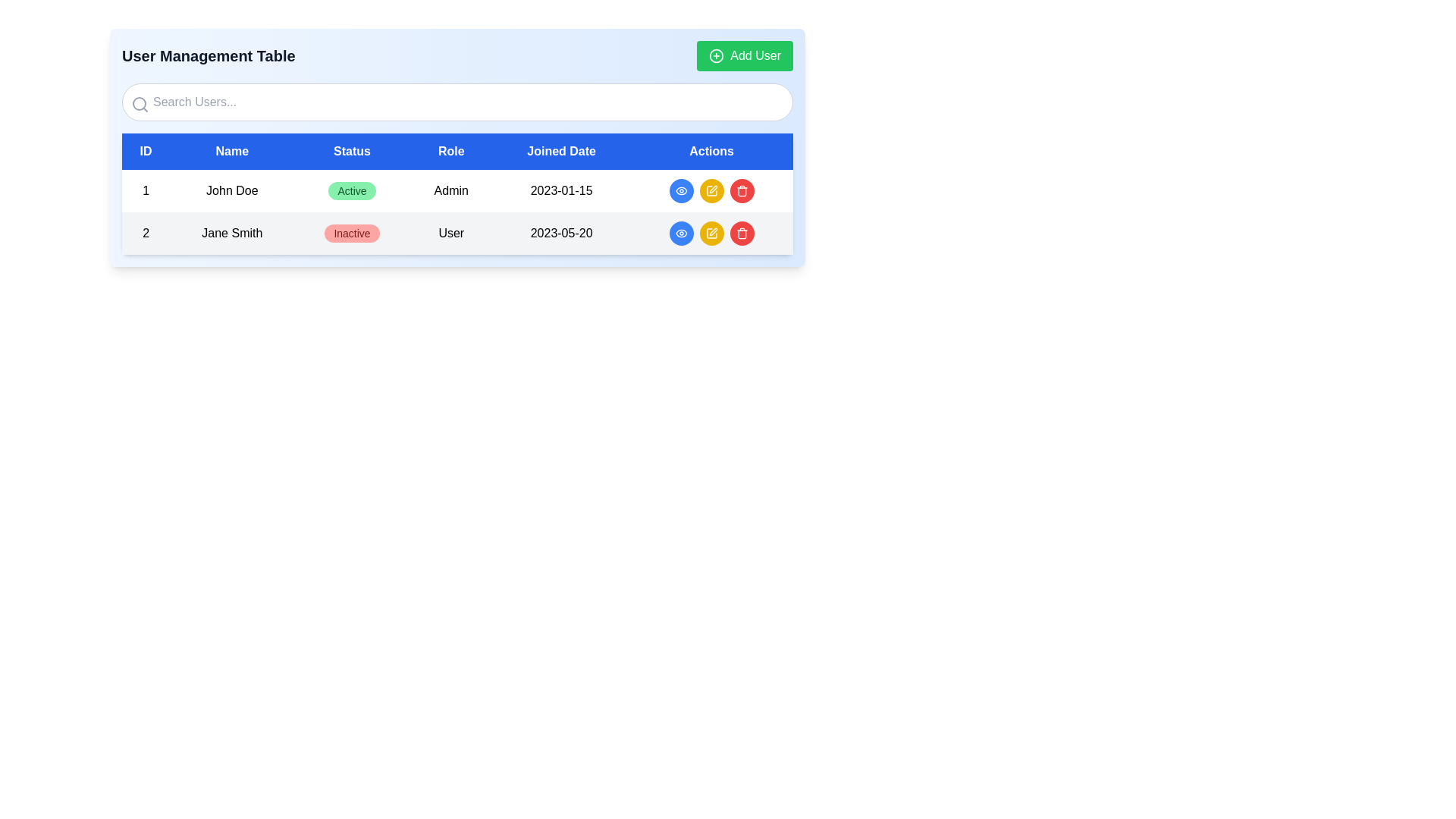 The height and width of the screenshot is (819, 1456). I want to click on the 'ID' column header cell in the data table, which is the first column header of the table containing other headers like 'Name', 'Status', 'Role', 'Joined Date', and 'Actions', so click(146, 152).